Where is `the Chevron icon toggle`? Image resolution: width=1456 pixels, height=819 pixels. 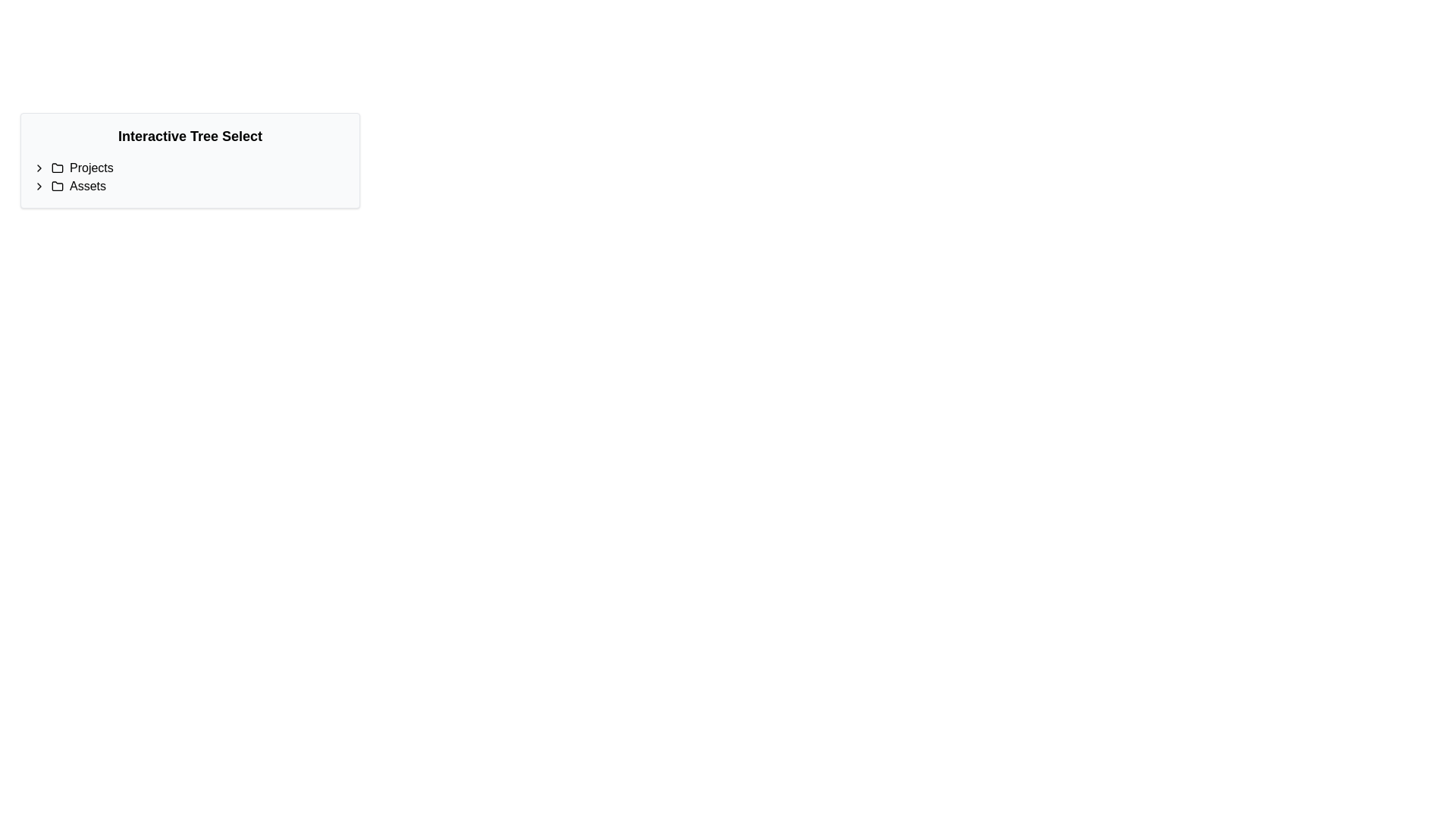
the Chevron icon toggle is located at coordinates (39, 168).